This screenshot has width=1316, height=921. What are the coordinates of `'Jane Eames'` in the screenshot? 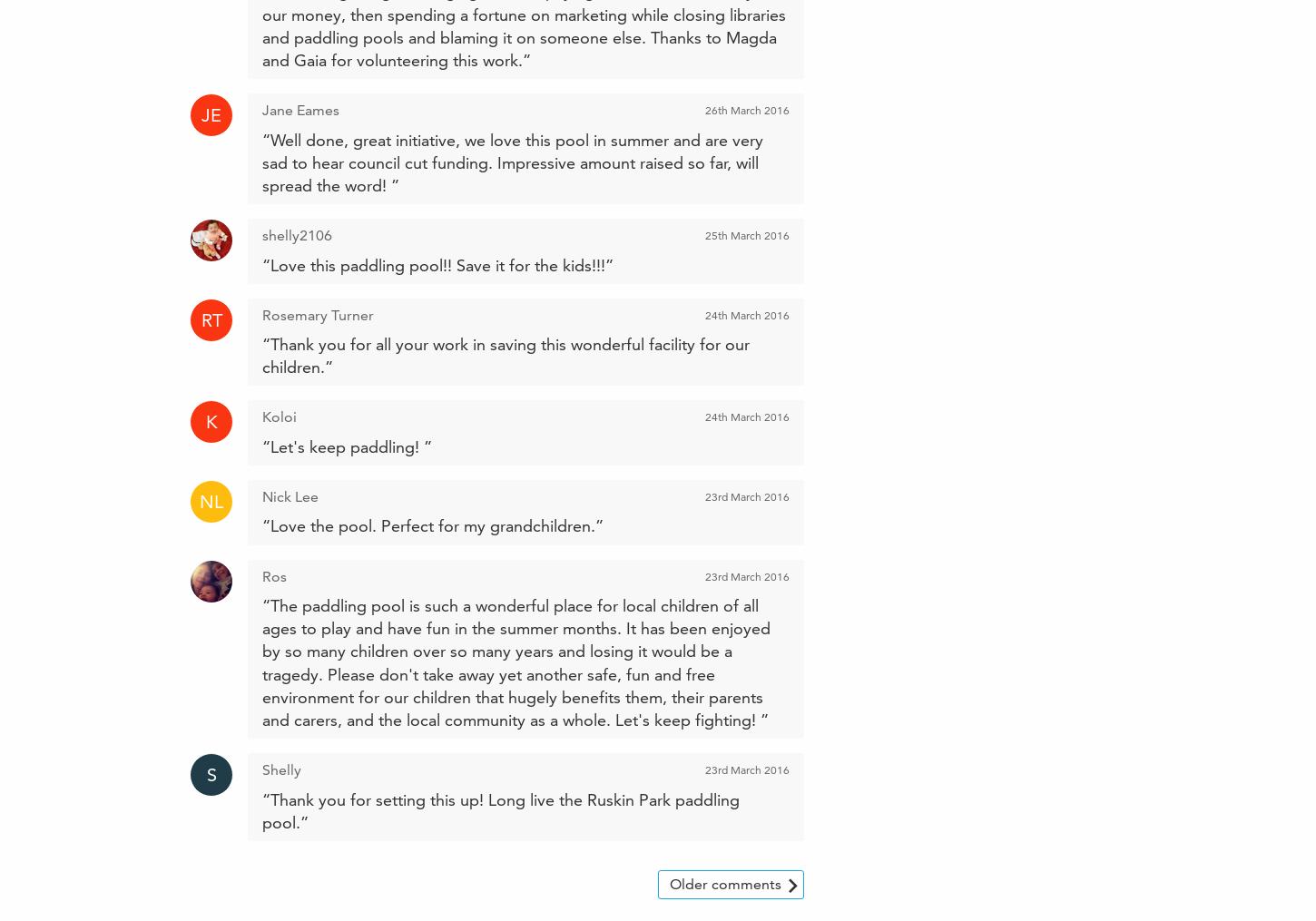 It's located at (300, 110).